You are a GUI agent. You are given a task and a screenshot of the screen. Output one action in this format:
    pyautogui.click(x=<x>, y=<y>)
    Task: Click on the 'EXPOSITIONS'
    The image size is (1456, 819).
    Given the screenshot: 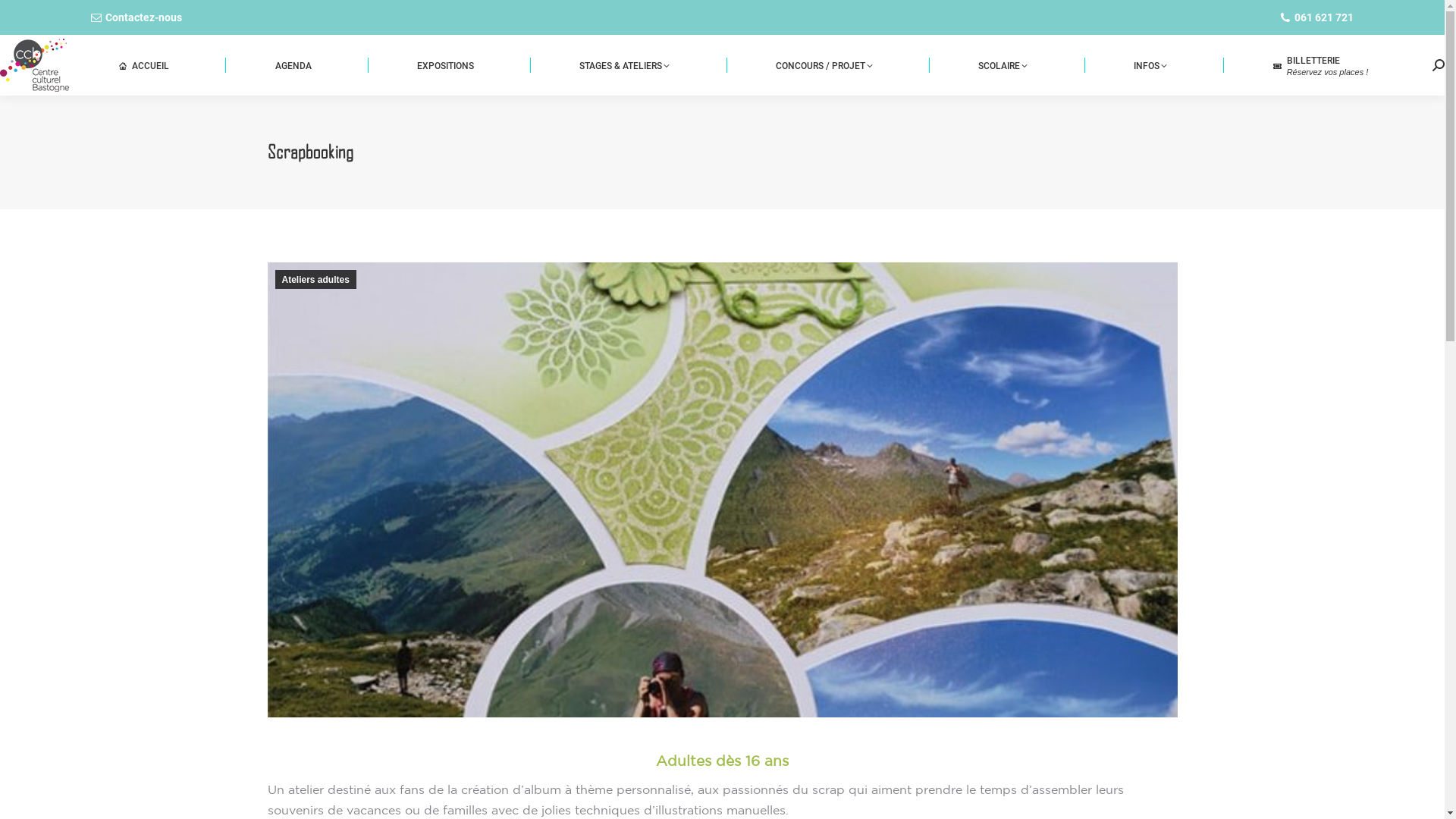 What is the action you would take?
    pyautogui.click(x=444, y=64)
    